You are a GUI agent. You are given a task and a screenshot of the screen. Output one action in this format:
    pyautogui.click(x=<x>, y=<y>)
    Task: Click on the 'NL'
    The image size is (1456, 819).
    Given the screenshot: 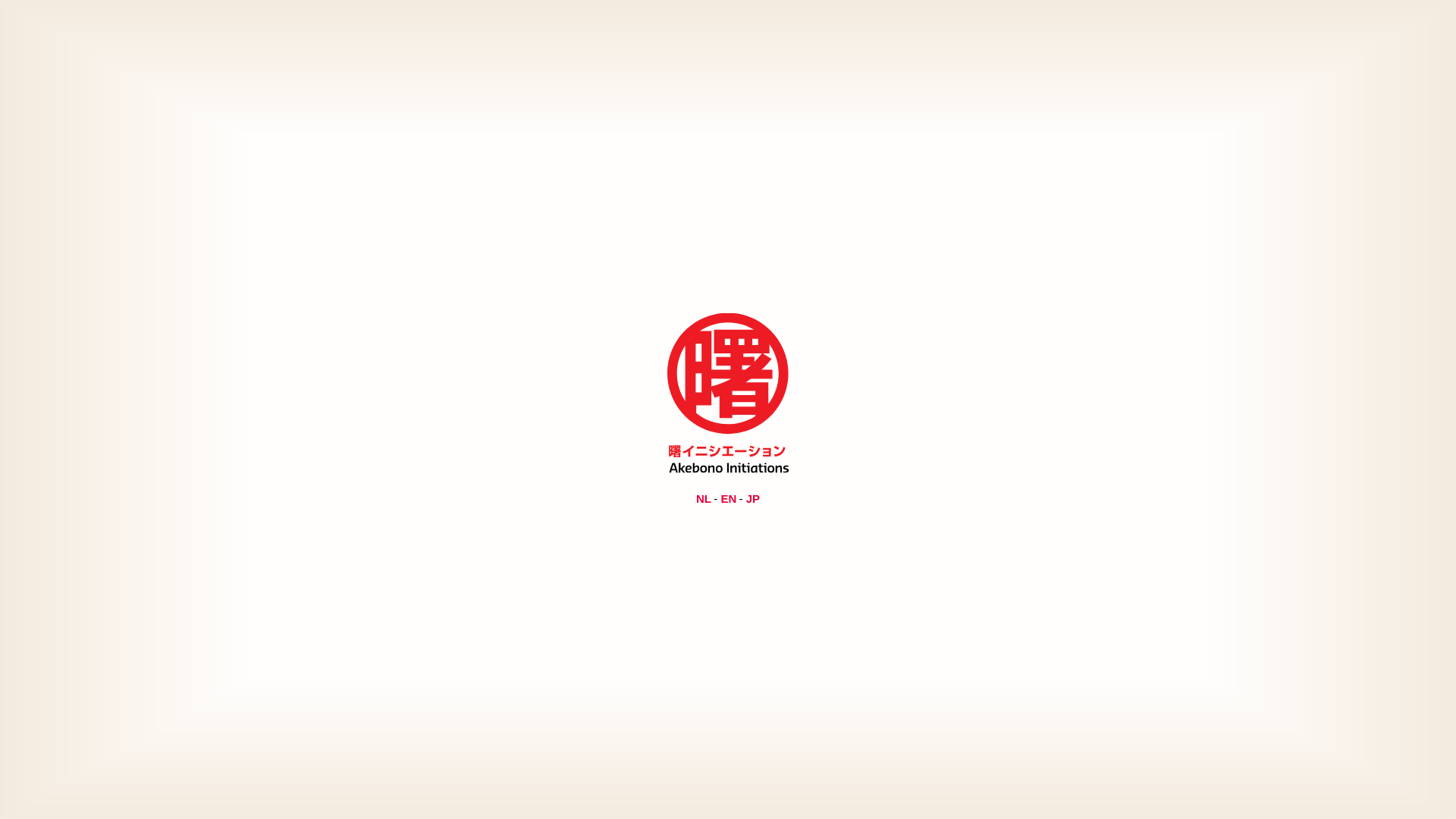 What is the action you would take?
    pyautogui.click(x=702, y=497)
    